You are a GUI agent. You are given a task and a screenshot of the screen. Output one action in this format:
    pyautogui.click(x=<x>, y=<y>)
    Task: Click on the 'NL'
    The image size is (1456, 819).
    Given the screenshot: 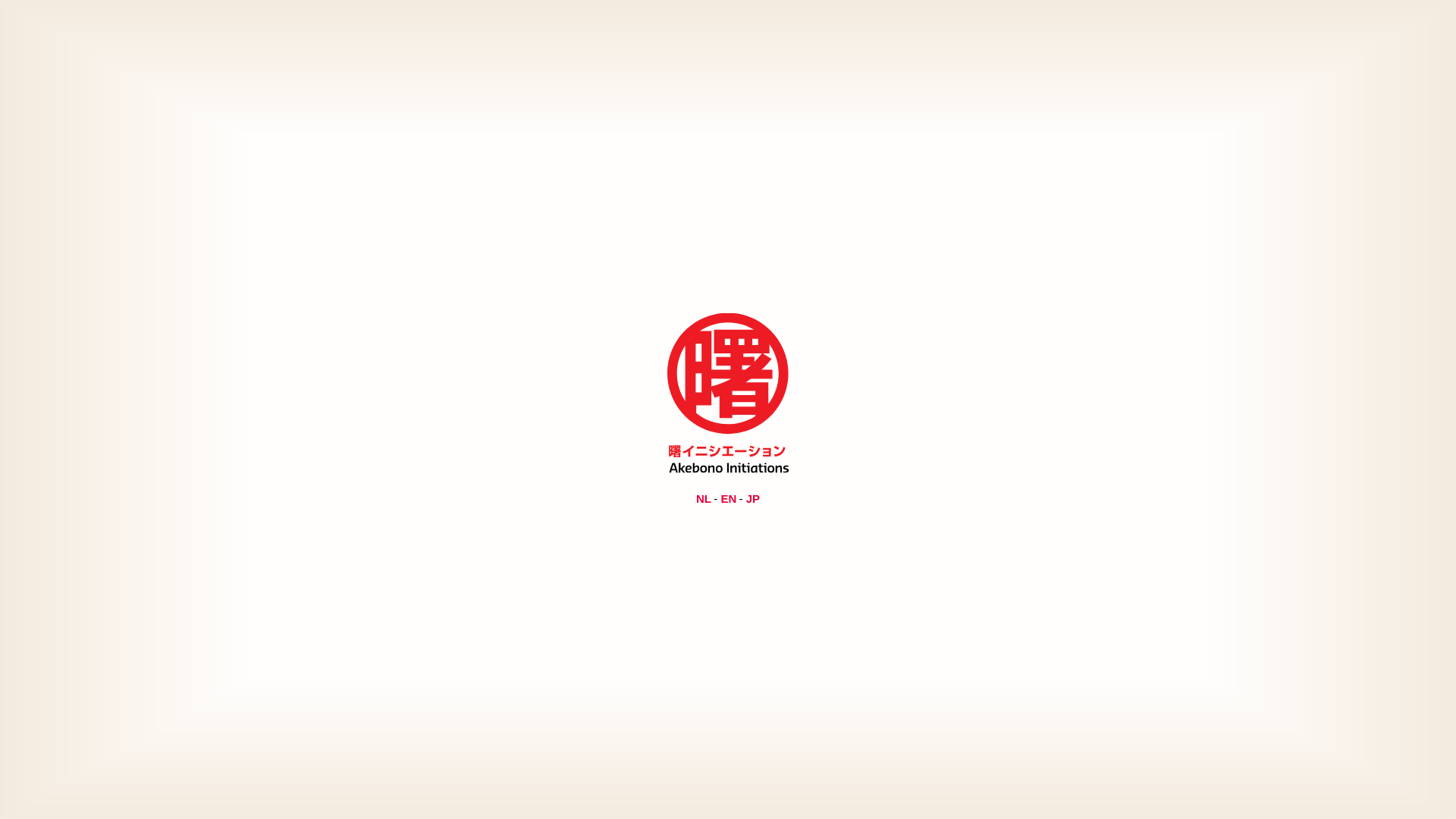 What is the action you would take?
    pyautogui.click(x=702, y=497)
    